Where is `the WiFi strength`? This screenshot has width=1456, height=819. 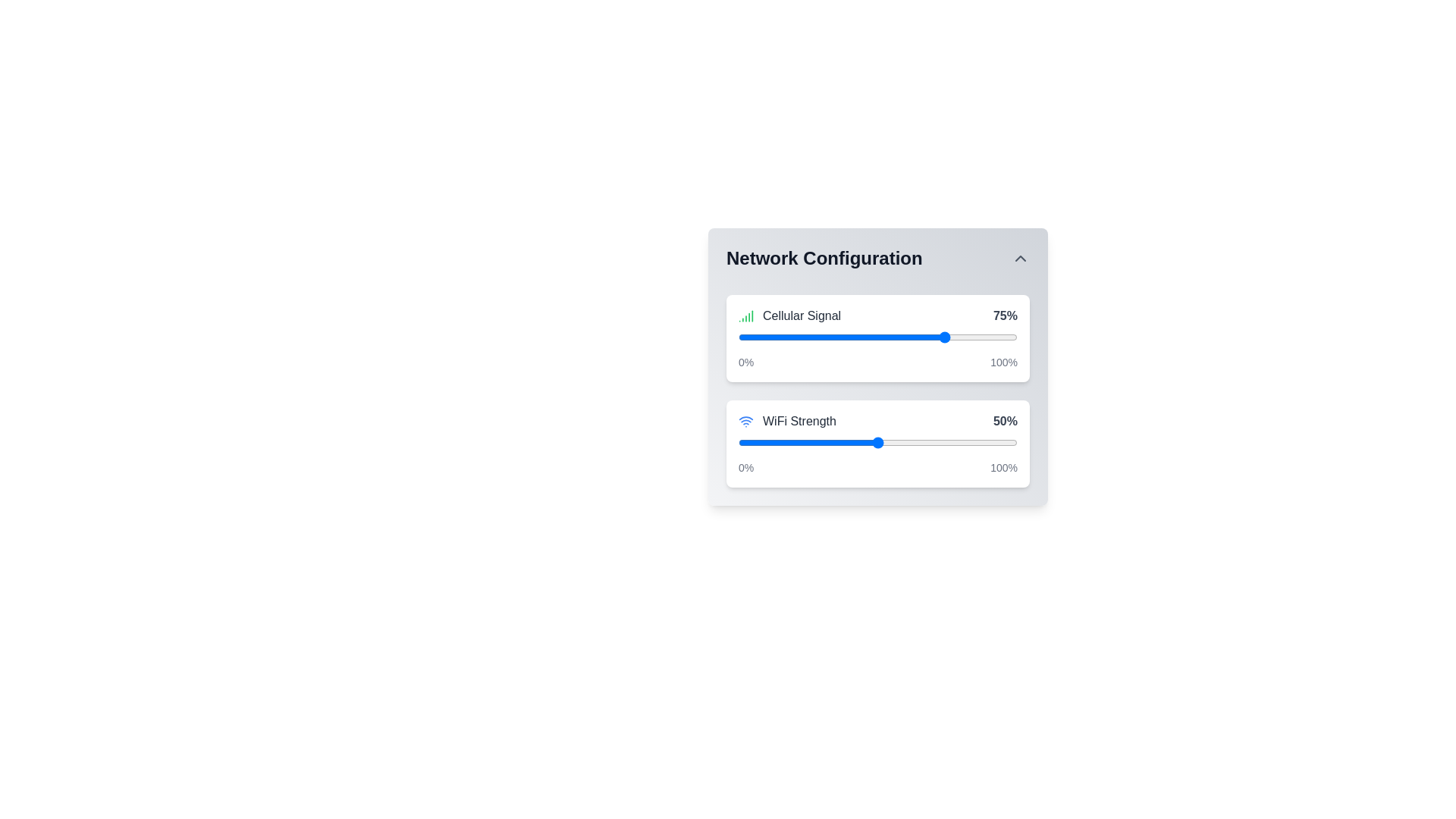 the WiFi strength is located at coordinates (946, 442).